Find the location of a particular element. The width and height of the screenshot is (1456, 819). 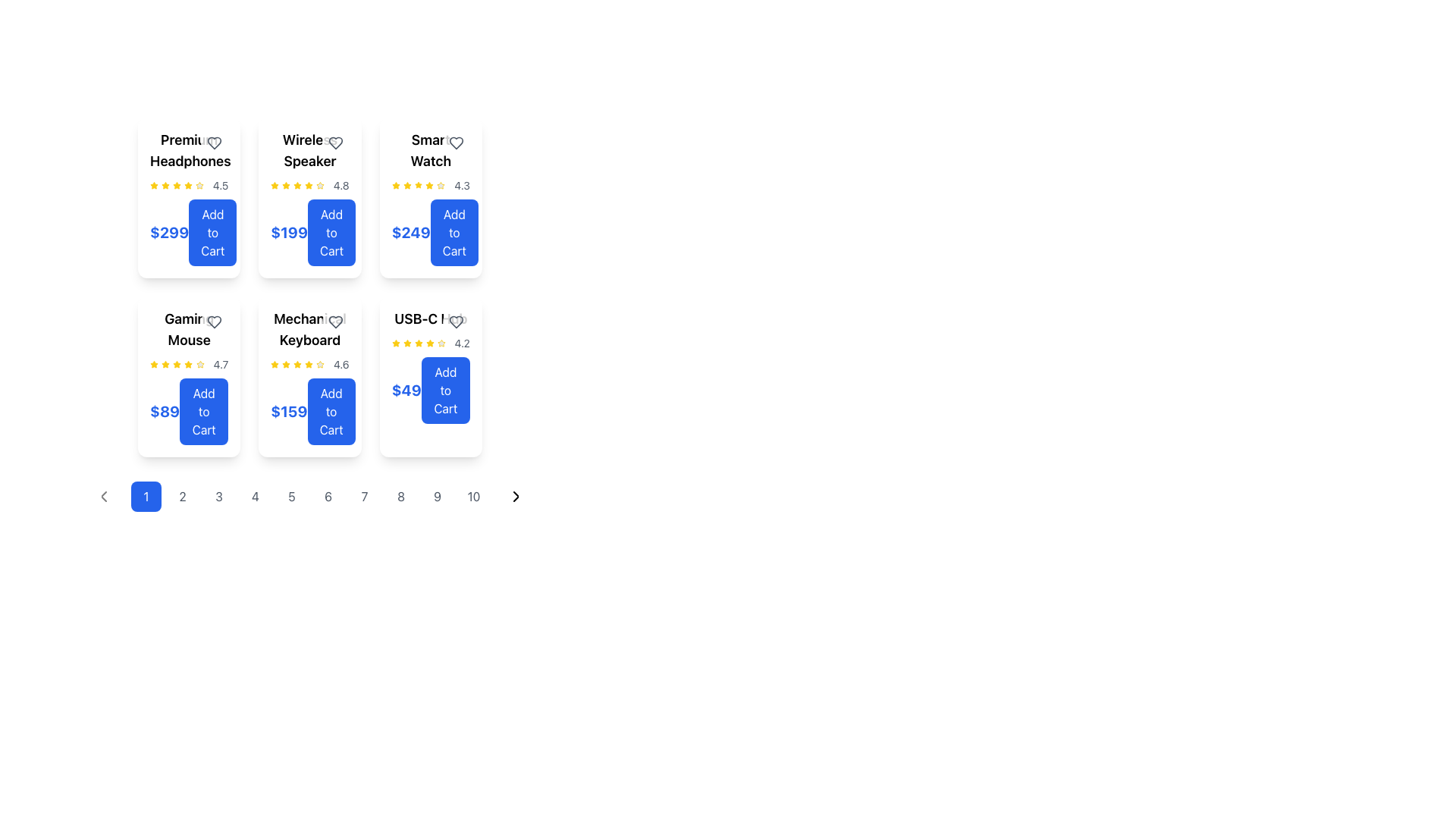

the first rating star icon in the product's rating summary located next to the text '4.8' below 'Wireless Speaker' is located at coordinates (275, 185).